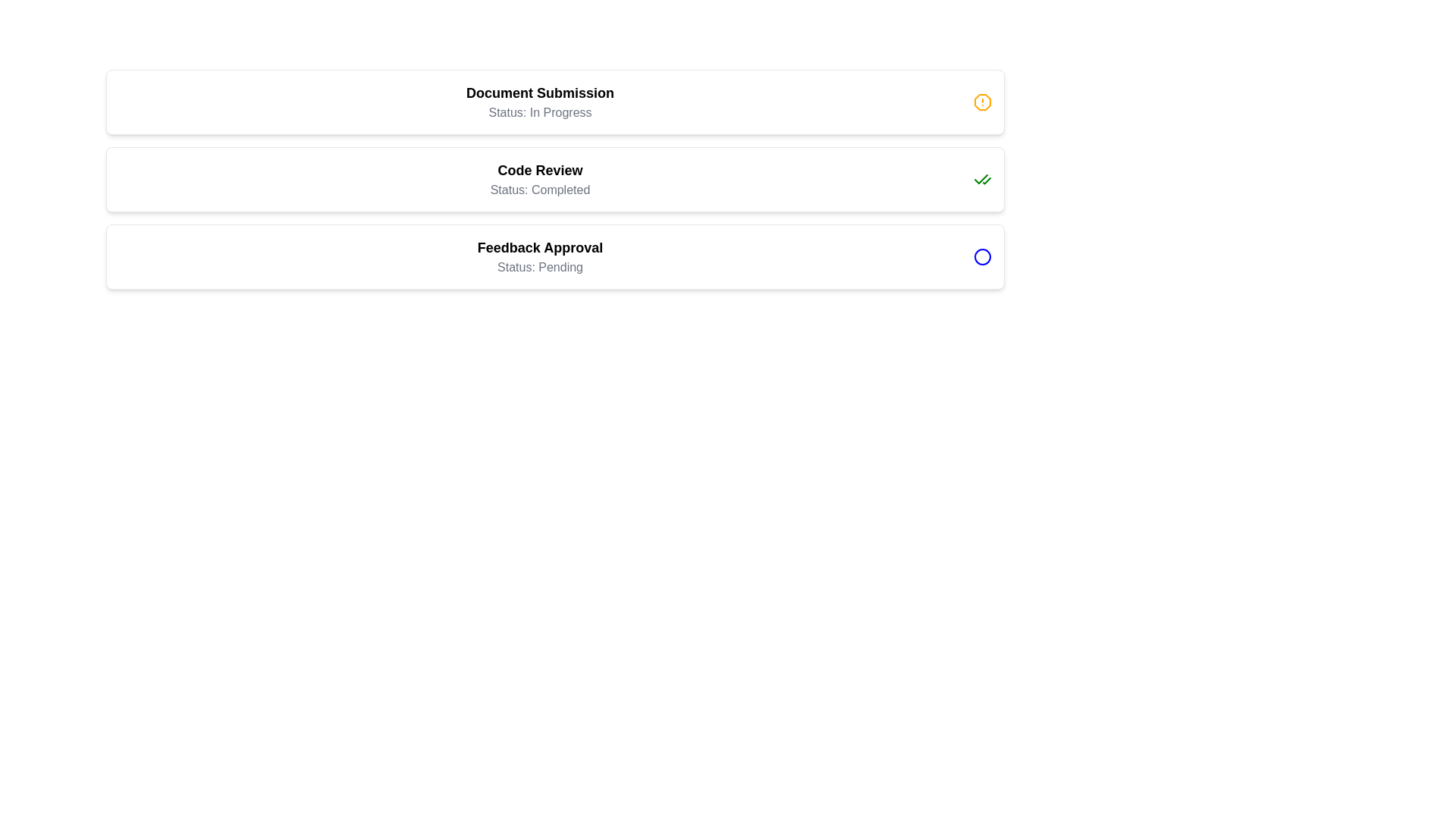 Image resolution: width=1456 pixels, height=819 pixels. Describe the element at coordinates (983, 178) in the screenshot. I see `the green double-checkmark icon located at the top-right corner of the 'Code Review' card` at that location.